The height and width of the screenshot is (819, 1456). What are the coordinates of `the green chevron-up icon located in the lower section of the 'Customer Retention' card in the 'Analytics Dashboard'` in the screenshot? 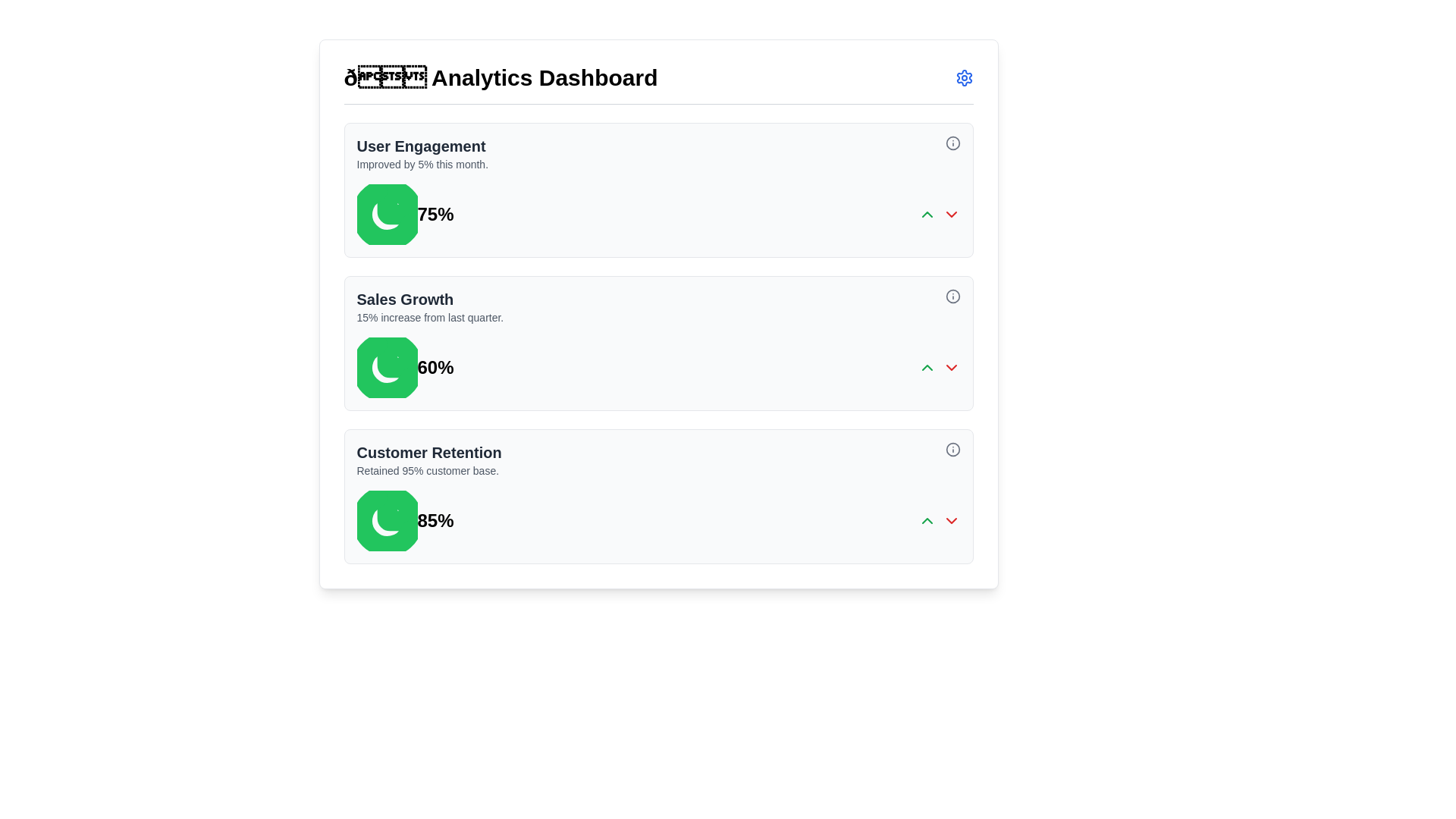 It's located at (926, 519).